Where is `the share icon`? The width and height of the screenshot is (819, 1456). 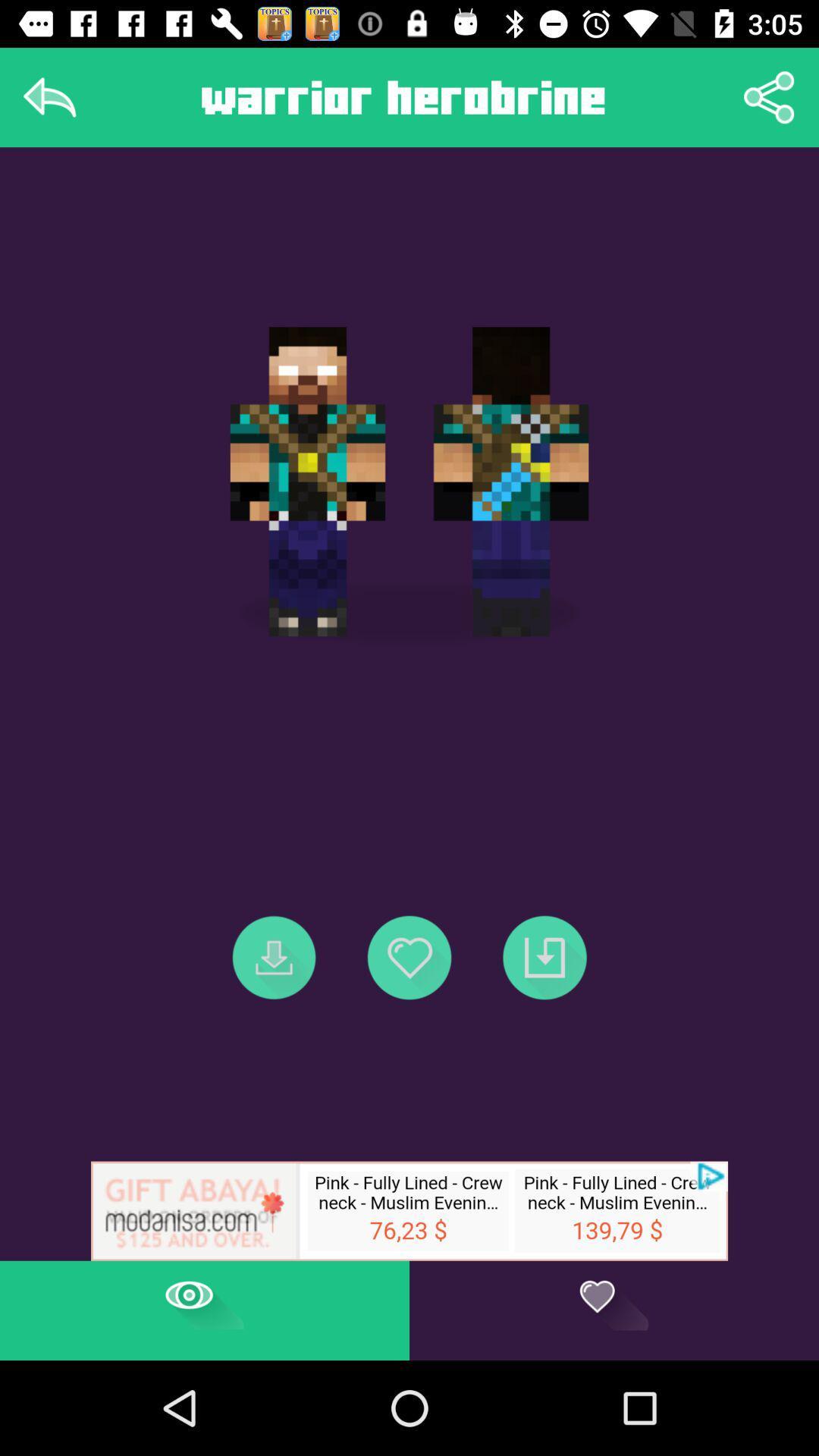
the share icon is located at coordinates (769, 96).